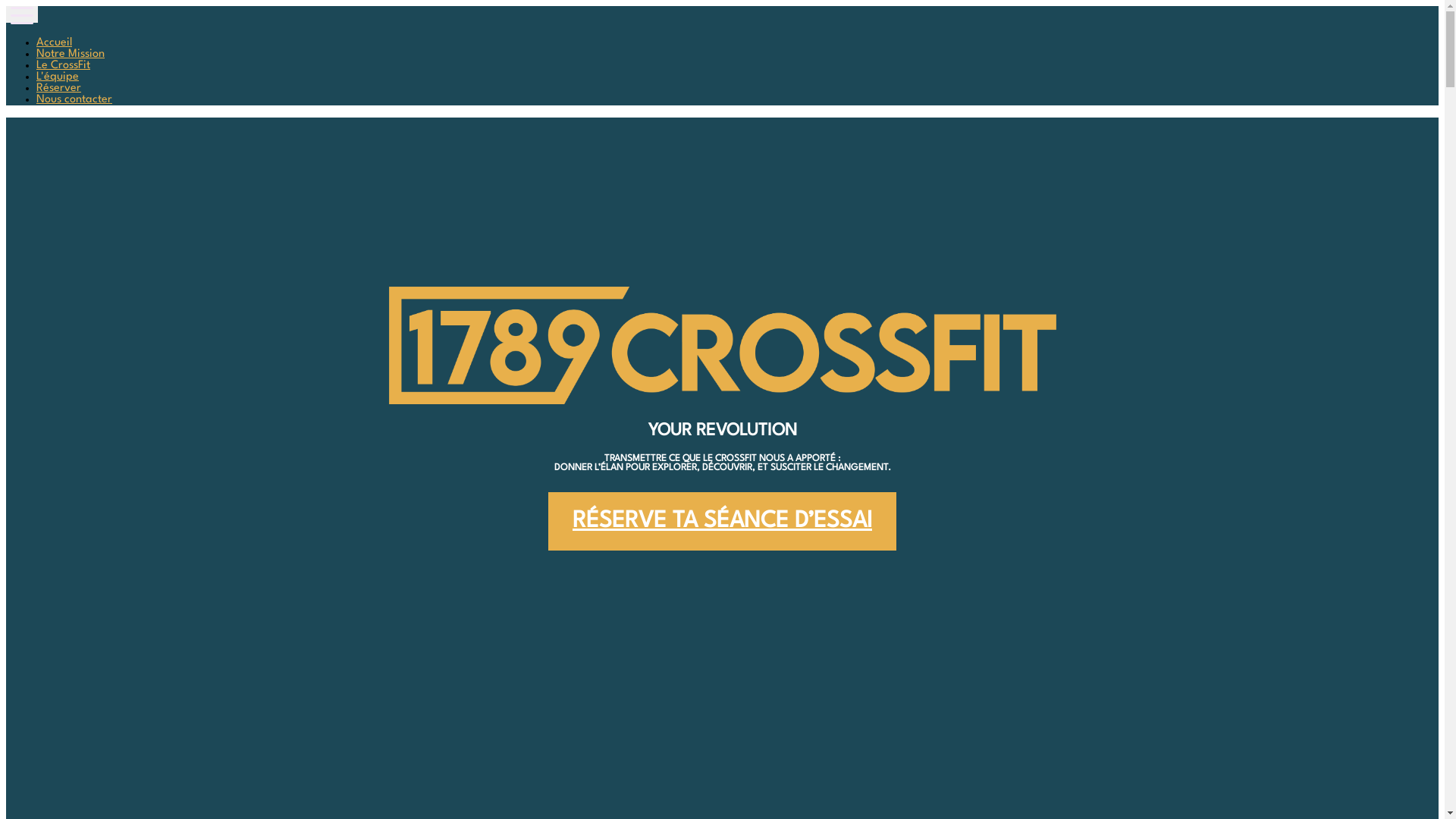 This screenshot has width=1456, height=819. Describe the element at coordinates (69, 53) in the screenshot. I see `'Notre Mission'` at that location.